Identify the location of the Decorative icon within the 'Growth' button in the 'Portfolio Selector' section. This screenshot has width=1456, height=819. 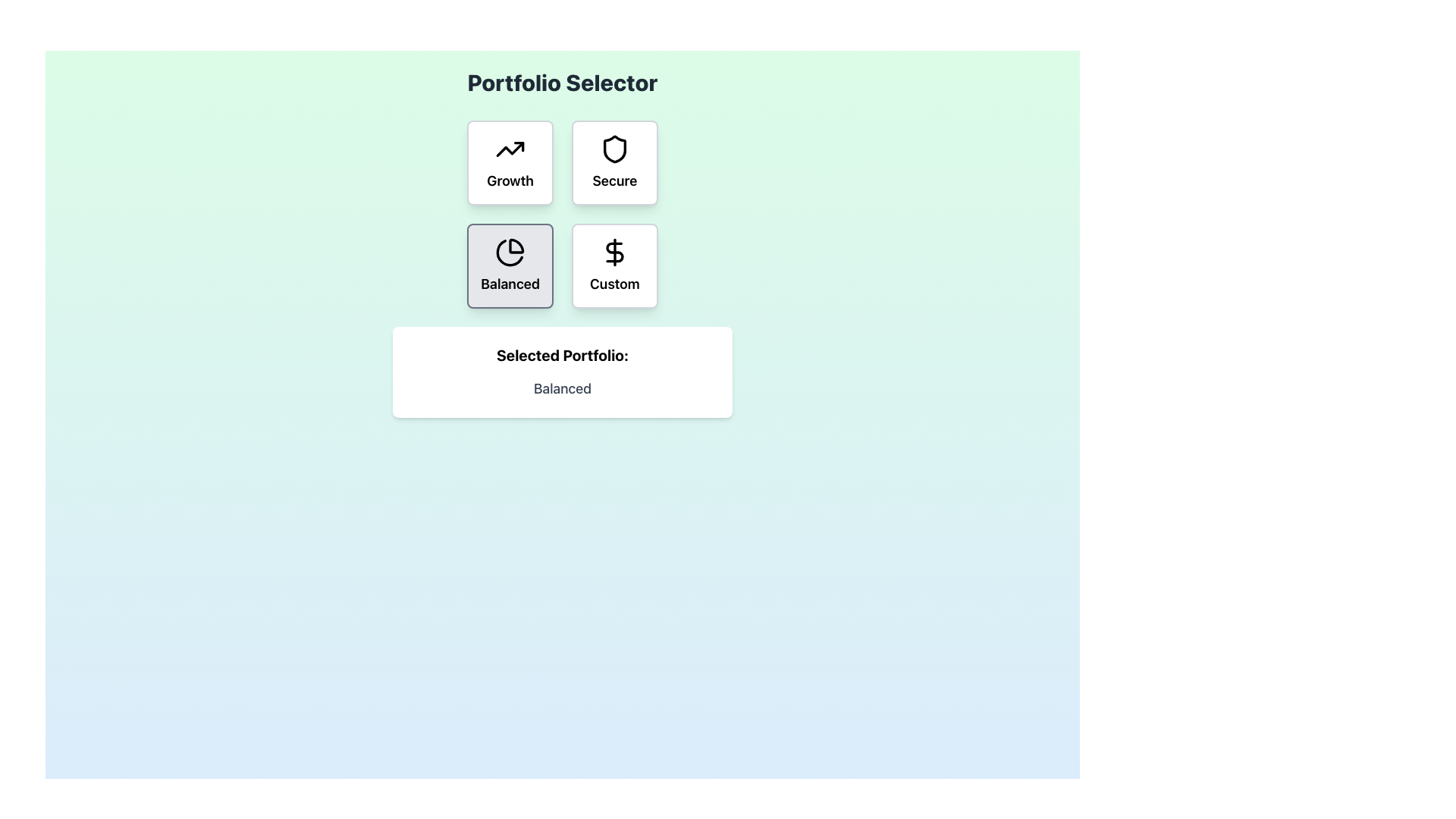
(510, 149).